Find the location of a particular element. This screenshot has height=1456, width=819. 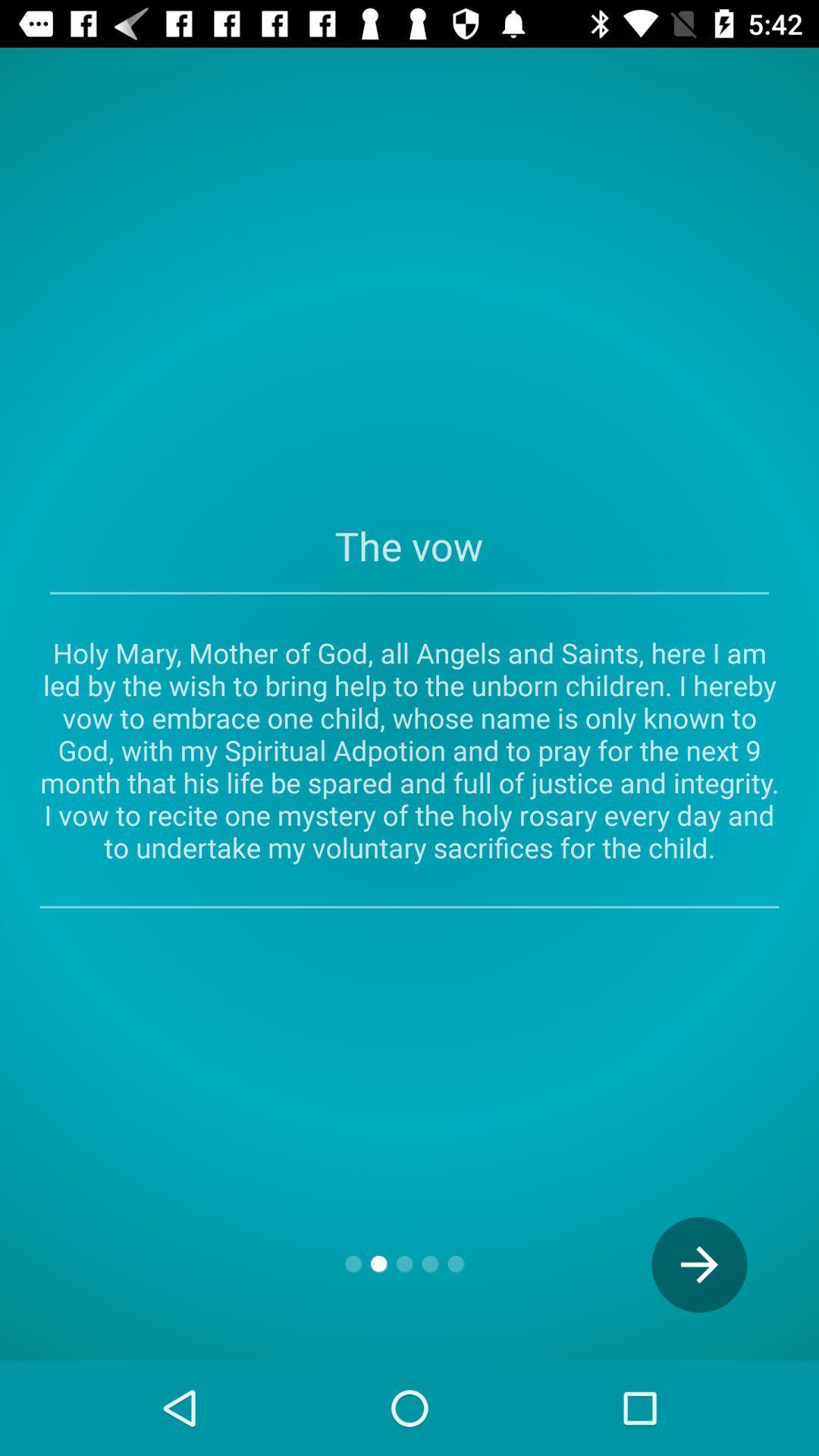

the arrow_forward icon is located at coordinates (699, 1264).